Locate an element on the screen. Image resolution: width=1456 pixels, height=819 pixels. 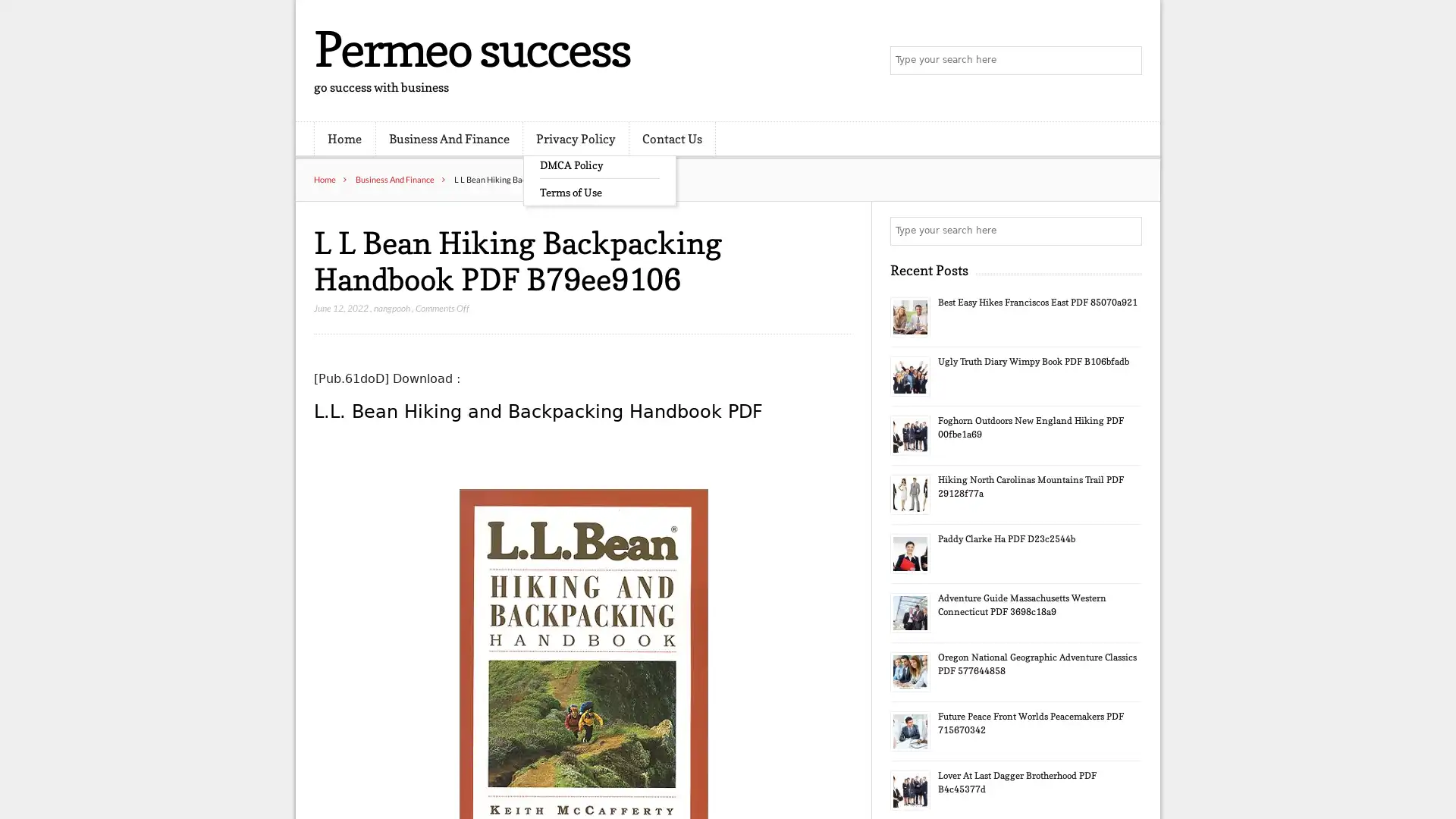
Search is located at coordinates (1126, 231).